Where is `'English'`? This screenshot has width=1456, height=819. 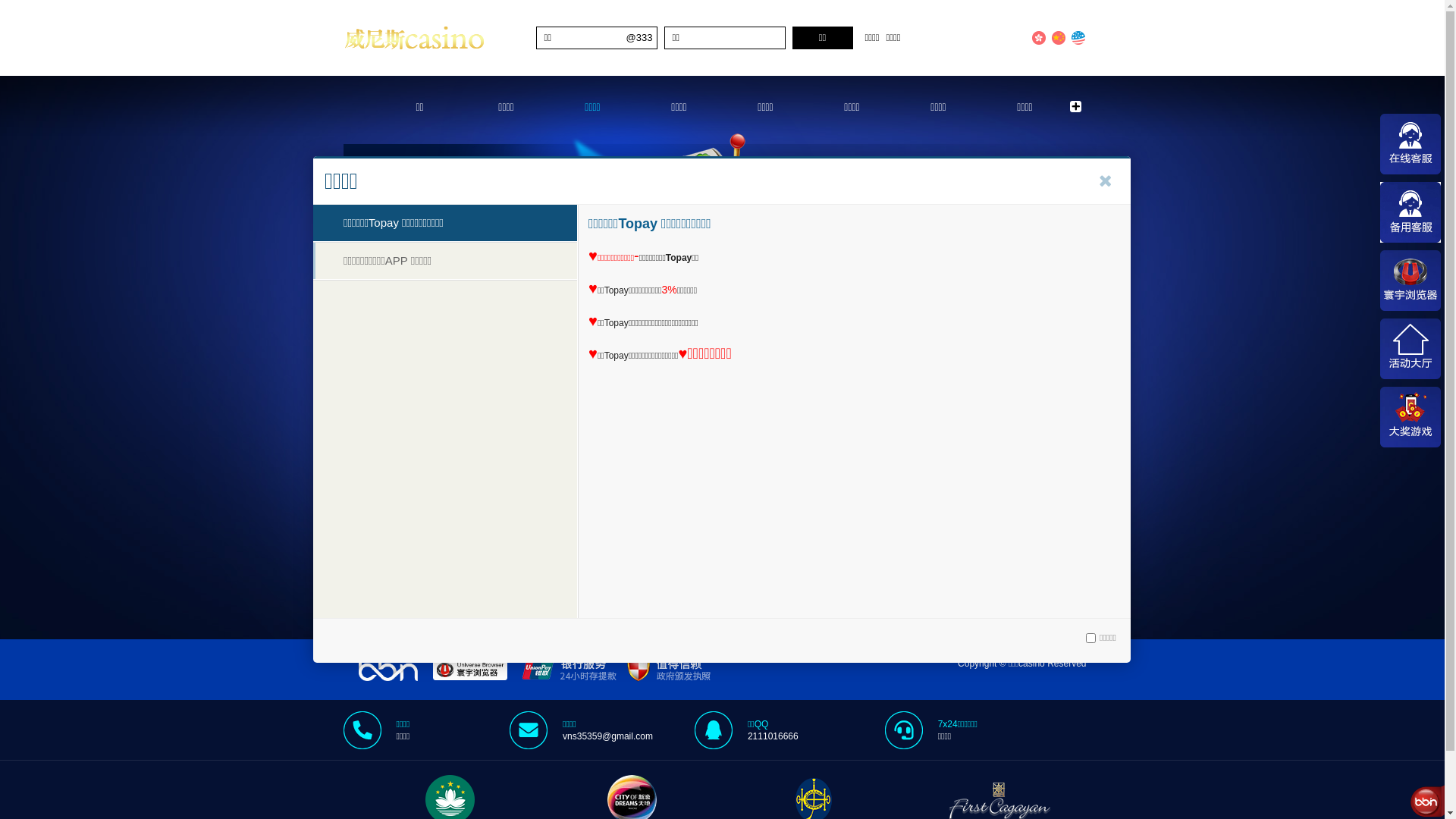
'English' is located at coordinates (1076, 37).